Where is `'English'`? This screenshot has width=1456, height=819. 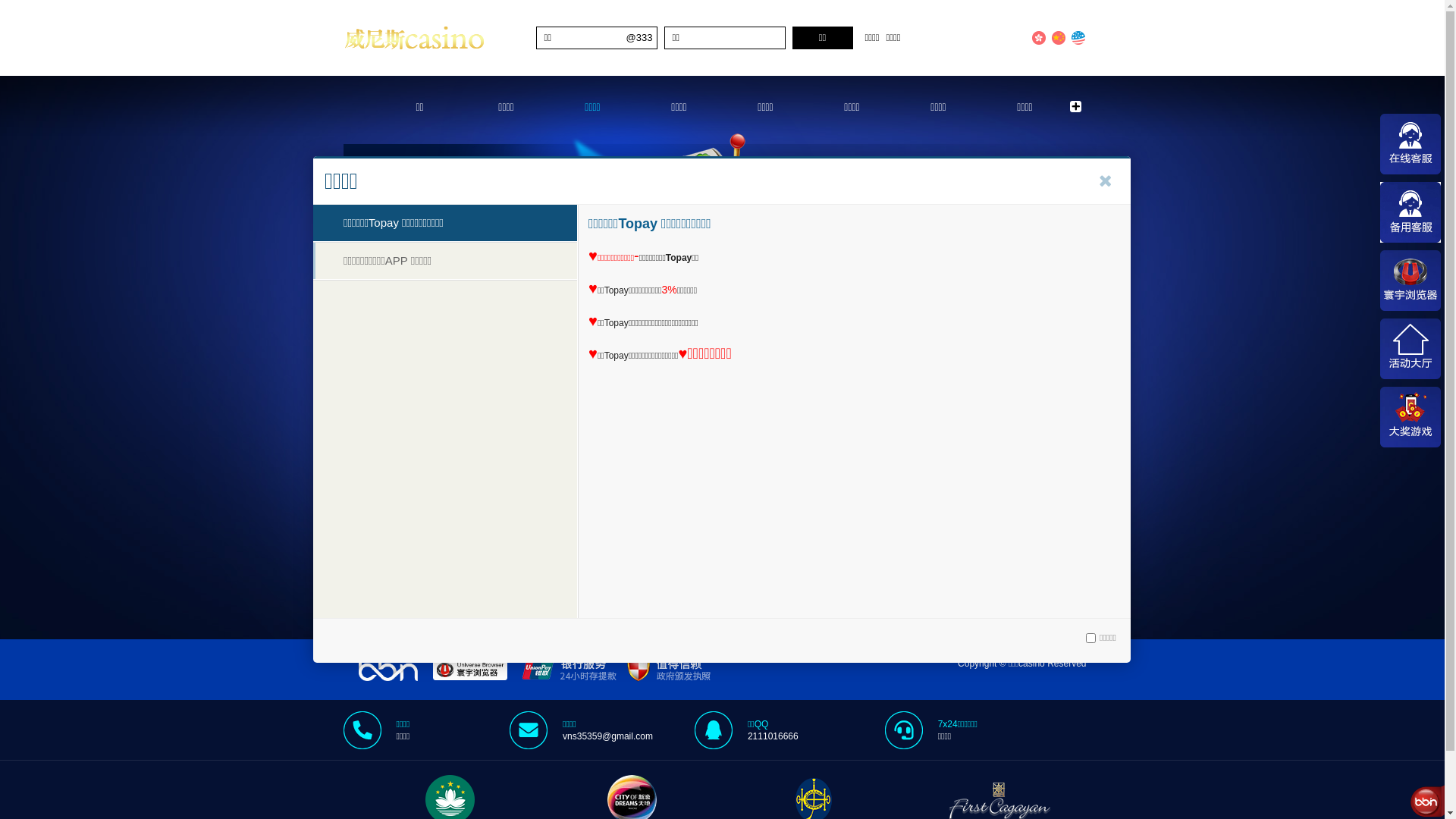
'English' is located at coordinates (1076, 37).